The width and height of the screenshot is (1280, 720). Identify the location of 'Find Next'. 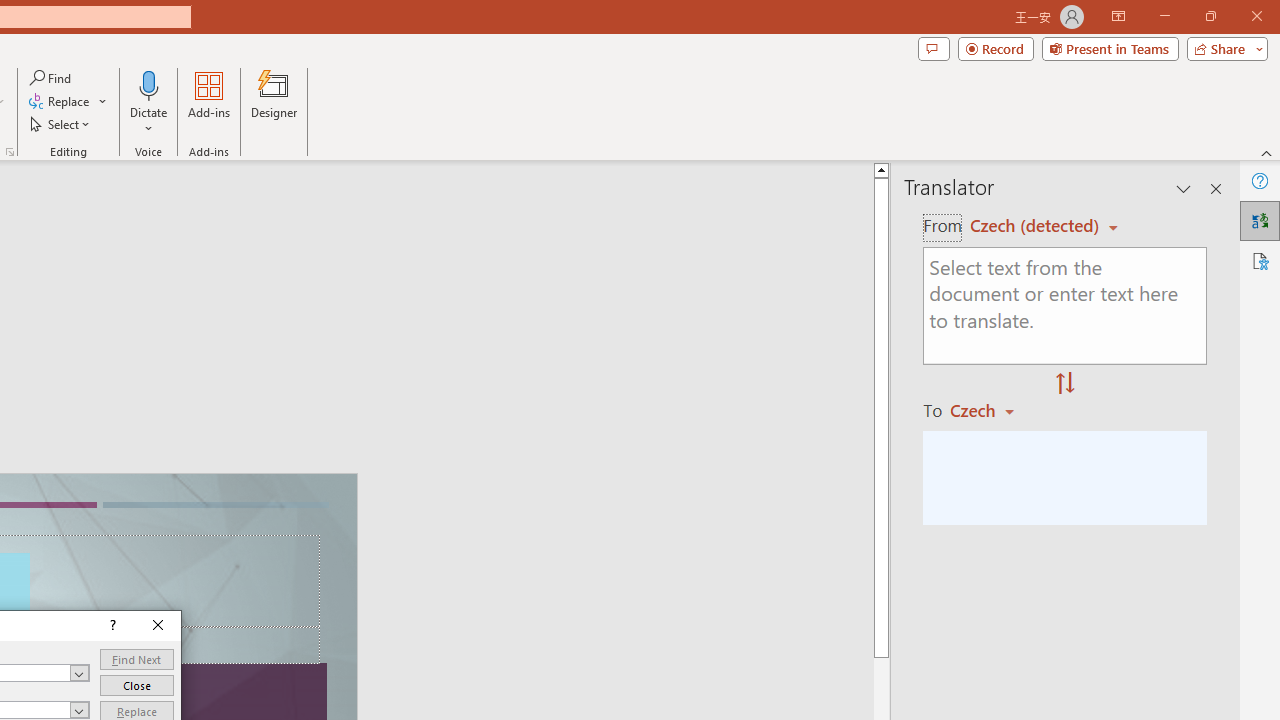
(135, 659).